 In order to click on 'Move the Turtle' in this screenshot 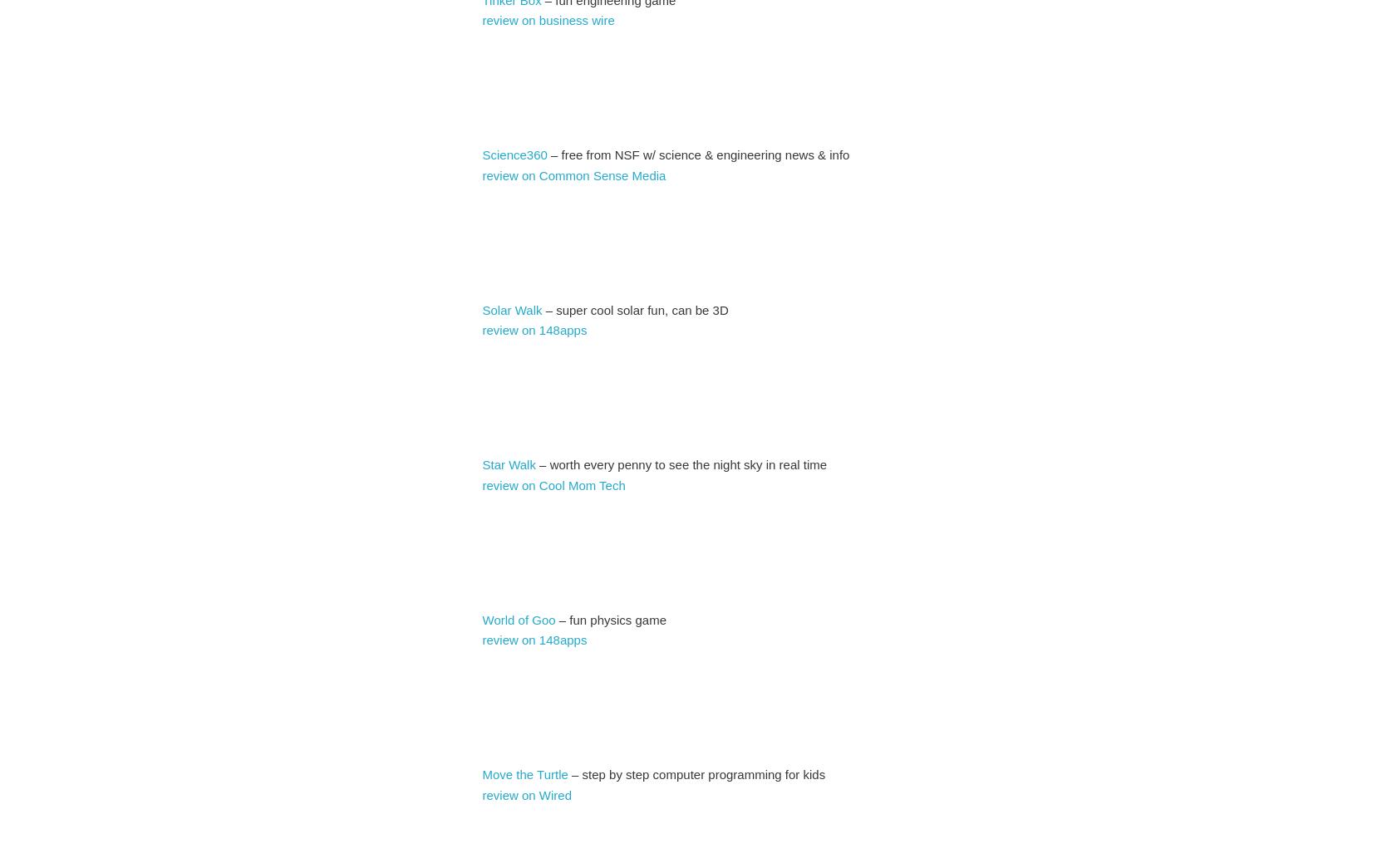, I will do `click(481, 773)`.